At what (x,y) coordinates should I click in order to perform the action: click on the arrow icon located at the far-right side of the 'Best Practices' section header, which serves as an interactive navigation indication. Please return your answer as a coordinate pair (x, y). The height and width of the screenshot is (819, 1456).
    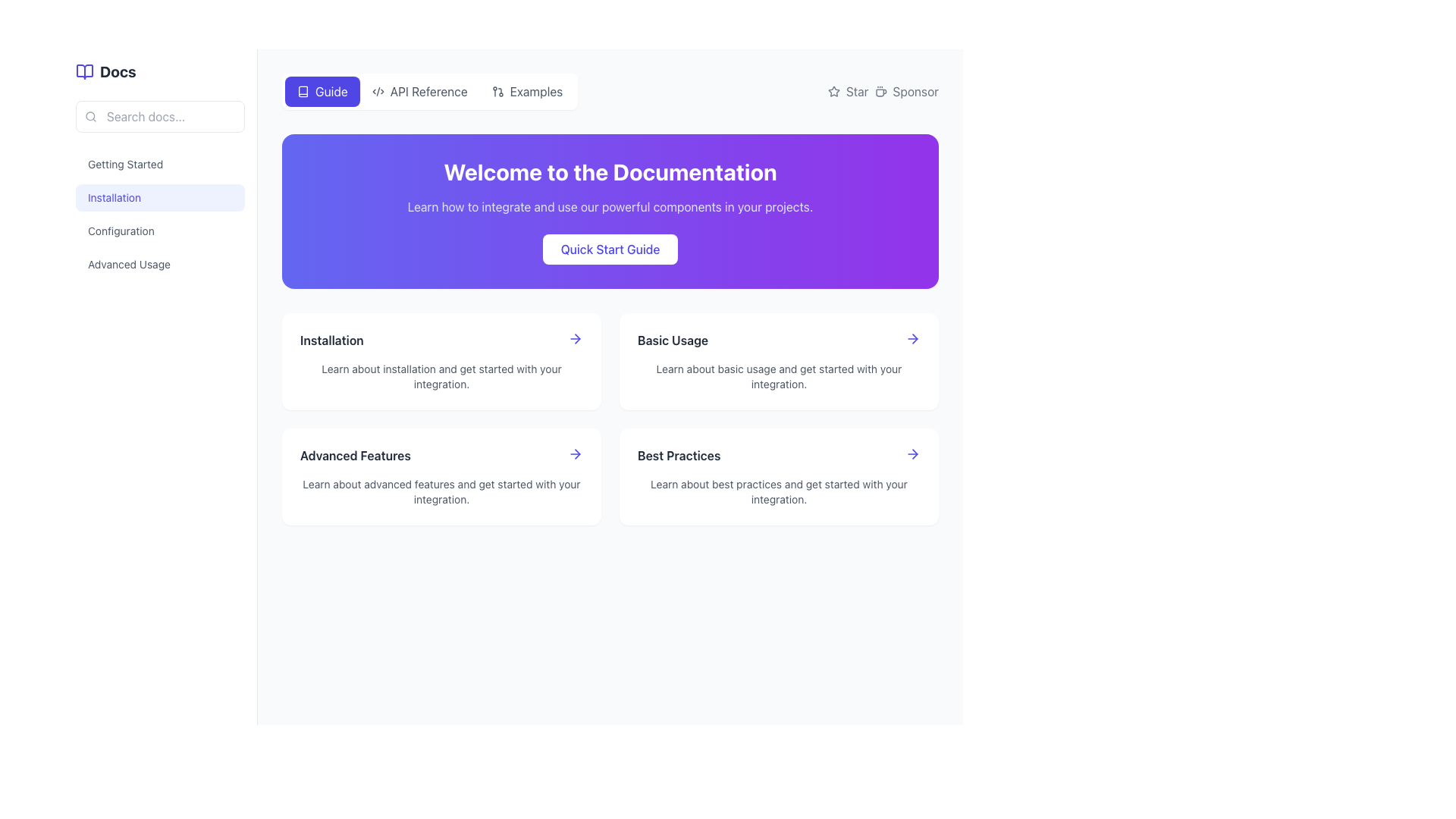
    Looking at the image, I should click on (912, 453).